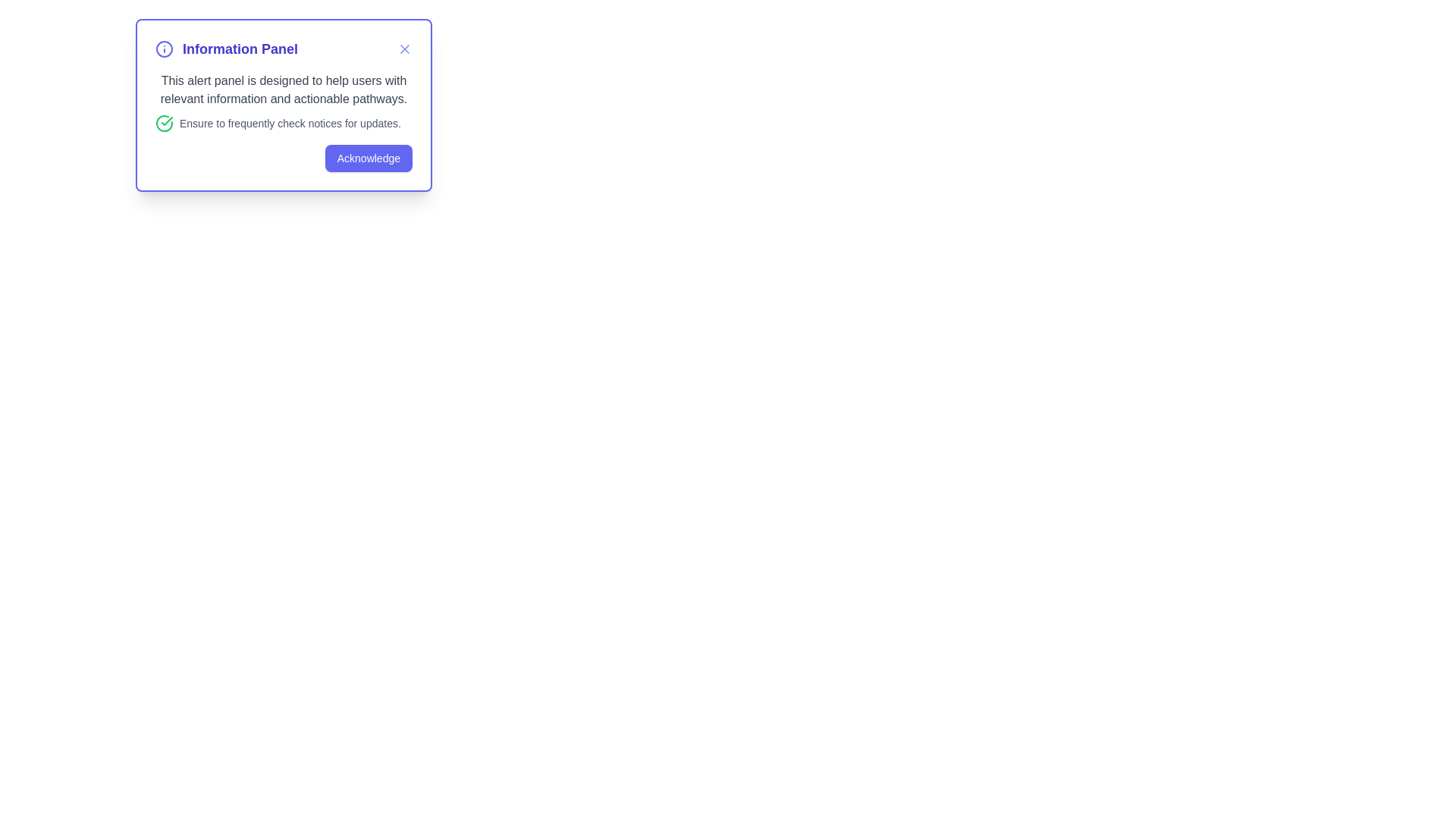 The image size is (1456, 819). What do you see at coordinates (164, 49) in the screenshot?
I see `the decorative SVG circle element of the 'Information' icon, which is located near the top-left corner of the dialog box adjacent to the title text 'Information Panel'` at bounding box center [164, 49].